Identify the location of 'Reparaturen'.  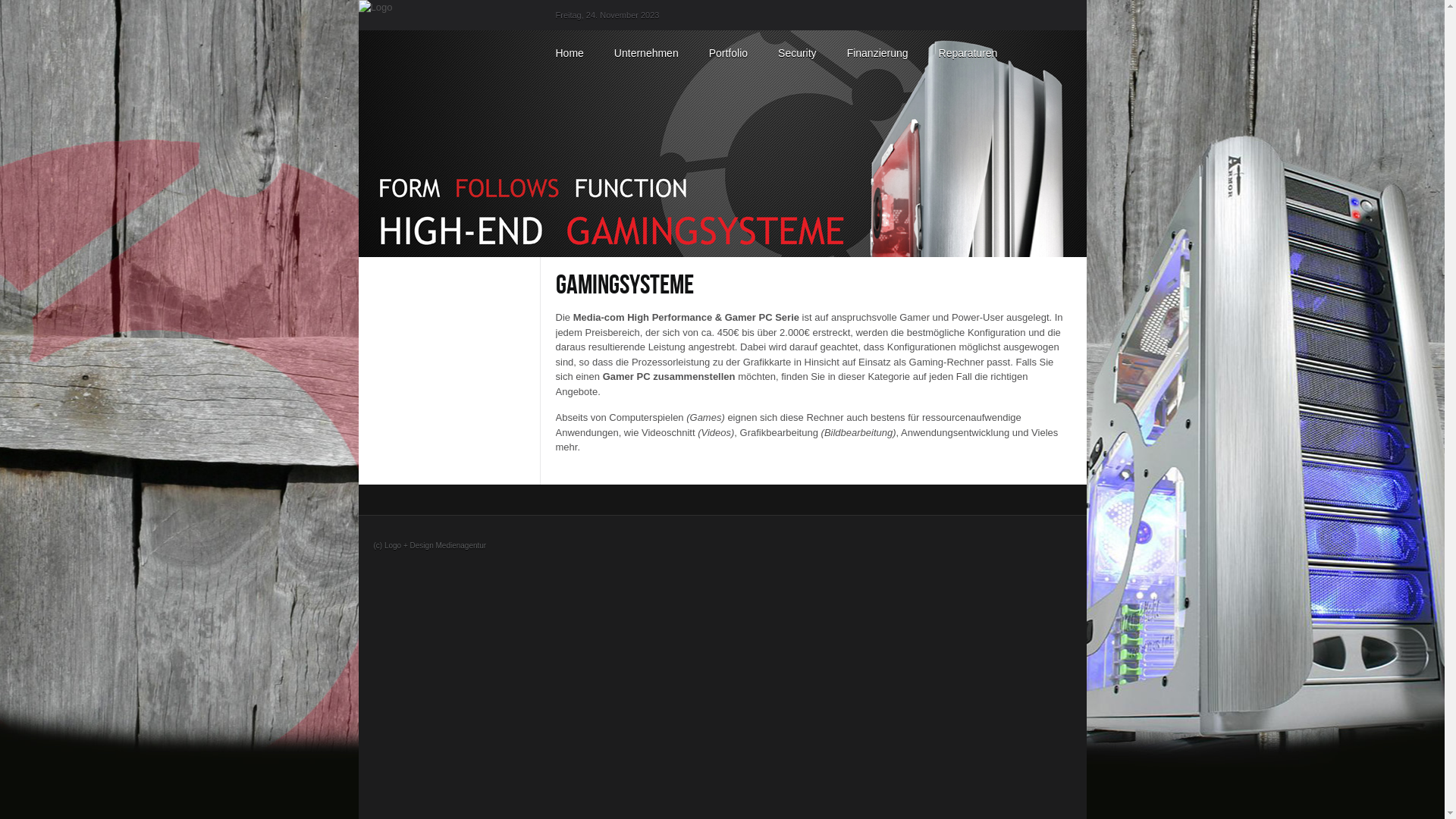
(967, 52).